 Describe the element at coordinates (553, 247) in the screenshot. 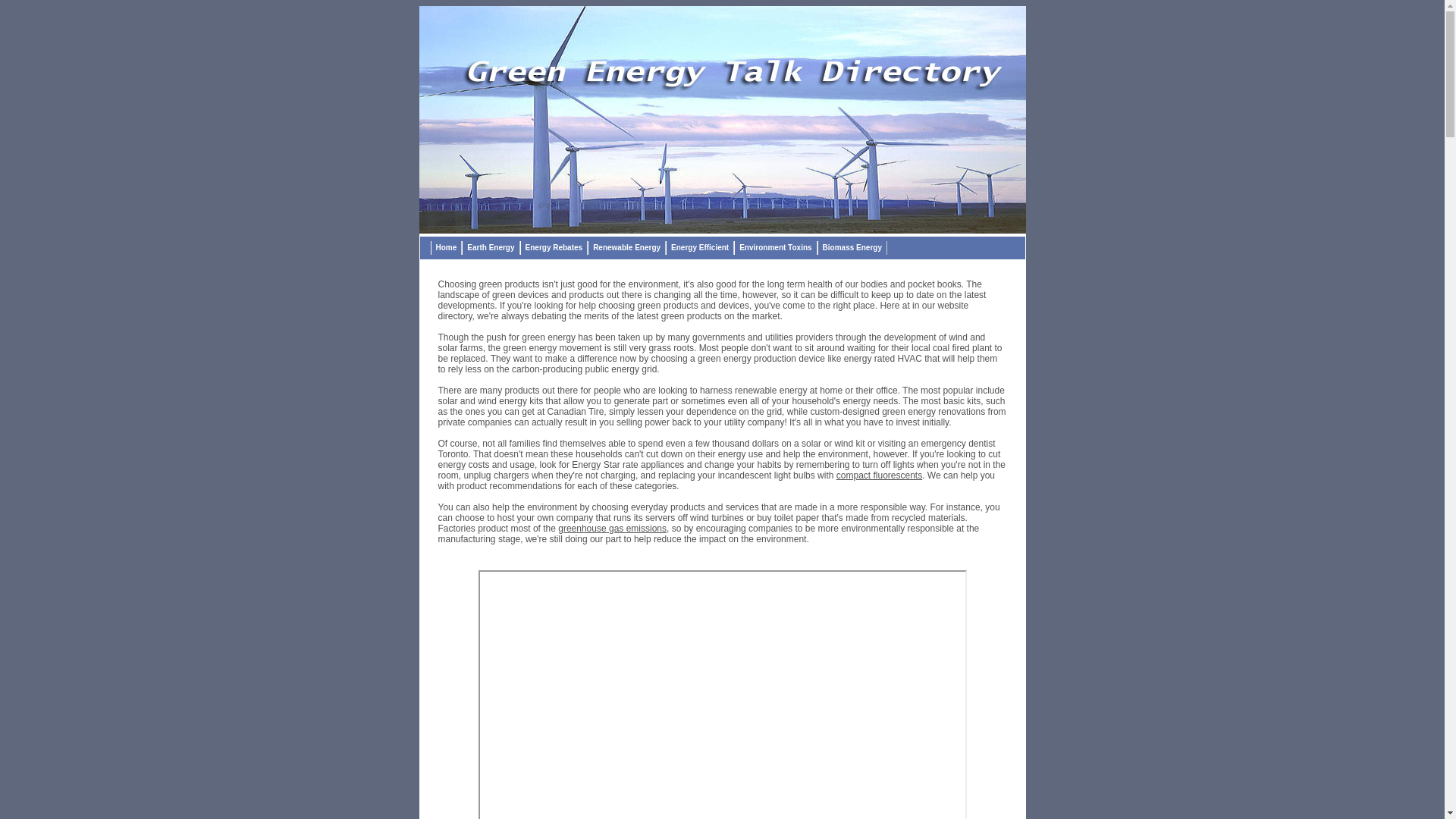

I see `'Energy Rebates'` at that location.